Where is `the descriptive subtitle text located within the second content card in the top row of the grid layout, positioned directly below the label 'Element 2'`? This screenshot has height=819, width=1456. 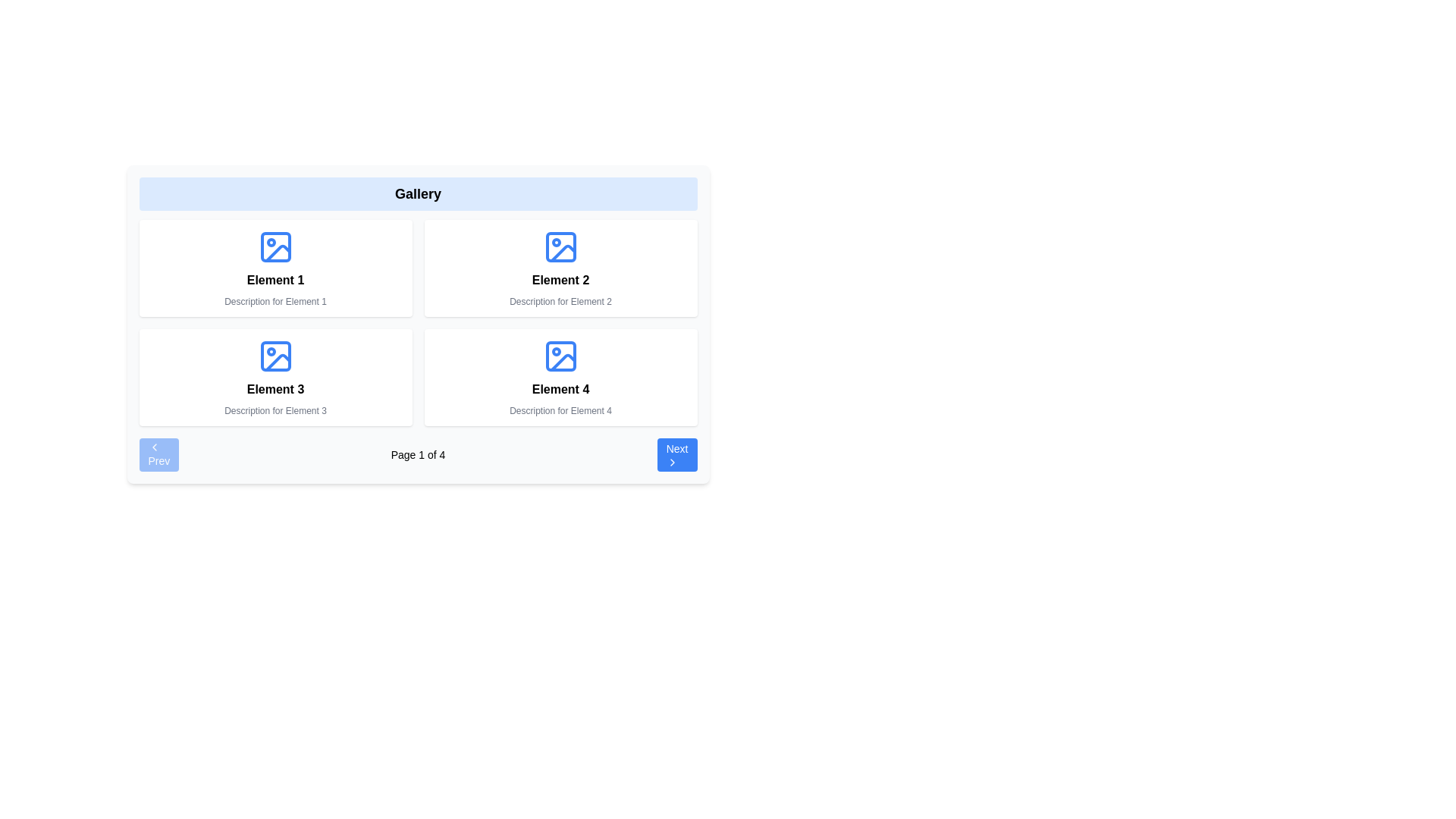
the descriptive subtitle text located within the second content card in the top row of the grid layout, positioned directly below the label 'Element 2' is located at coordinates (560, 301).